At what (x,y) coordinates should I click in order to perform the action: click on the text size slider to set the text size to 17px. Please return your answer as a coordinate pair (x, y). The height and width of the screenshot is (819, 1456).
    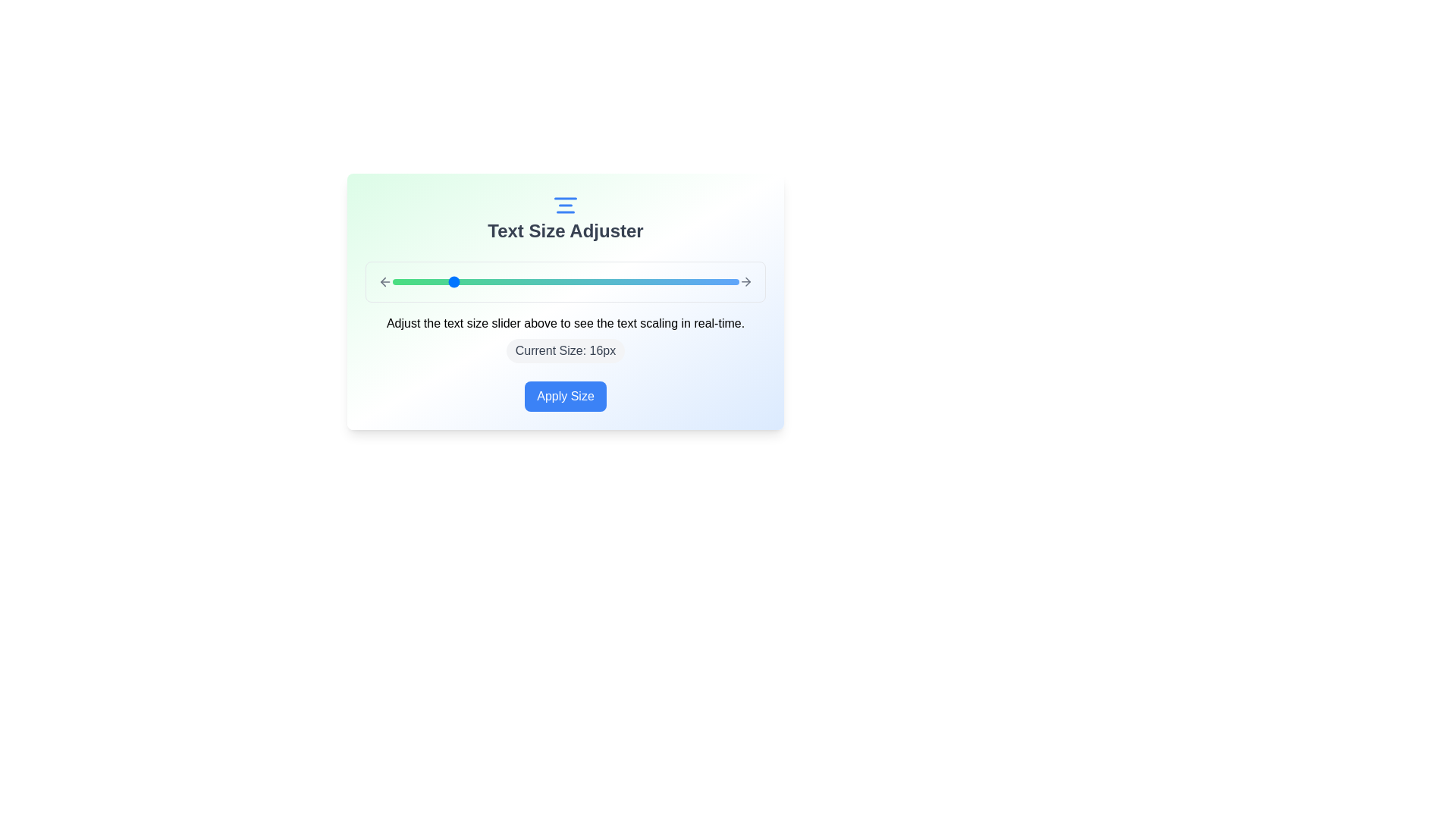
    Looking at the image, I should click on (463, 281).